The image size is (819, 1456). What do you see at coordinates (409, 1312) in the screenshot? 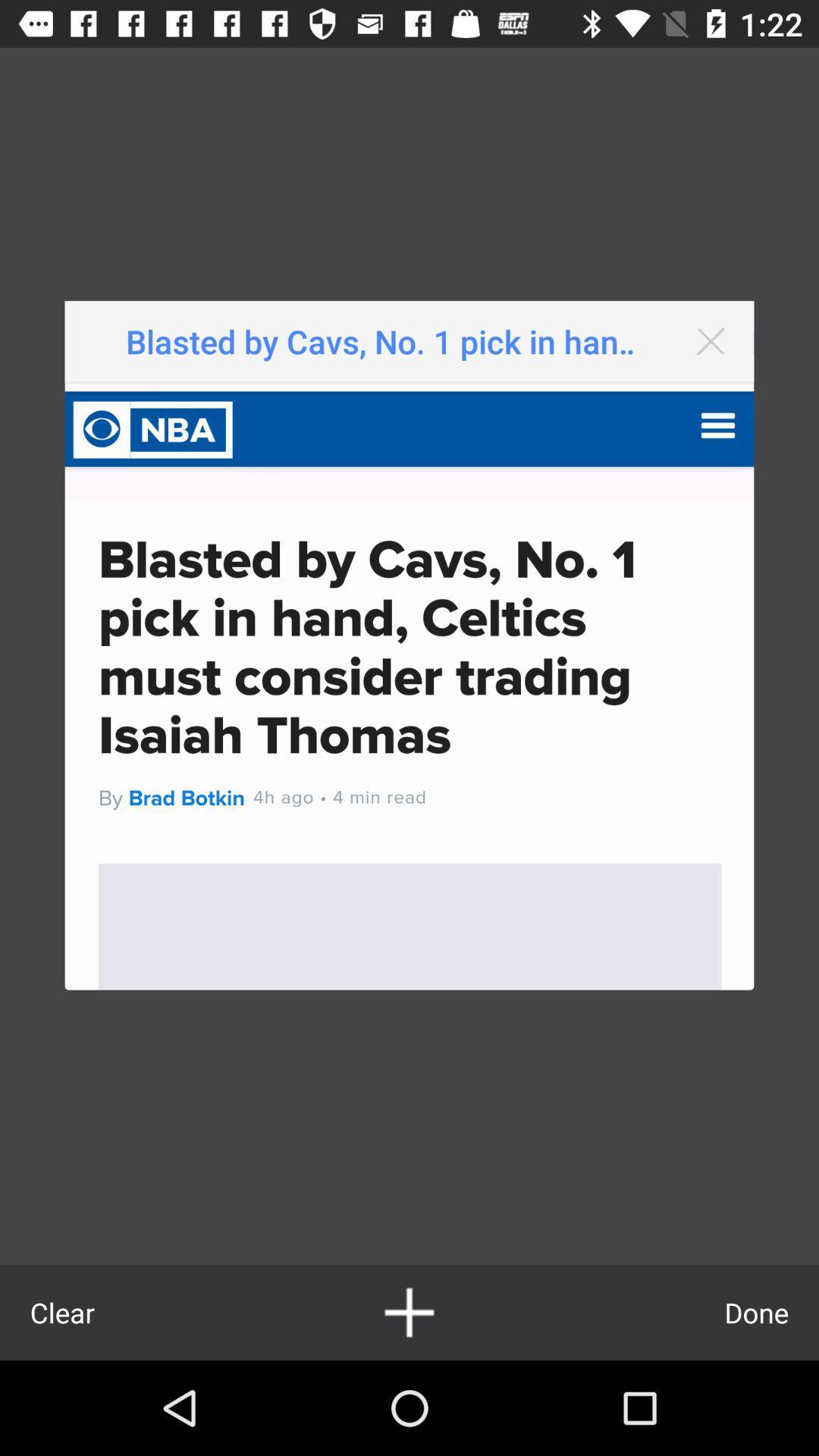
I see `the item next to the clear` at bounding box center [409, 1312].